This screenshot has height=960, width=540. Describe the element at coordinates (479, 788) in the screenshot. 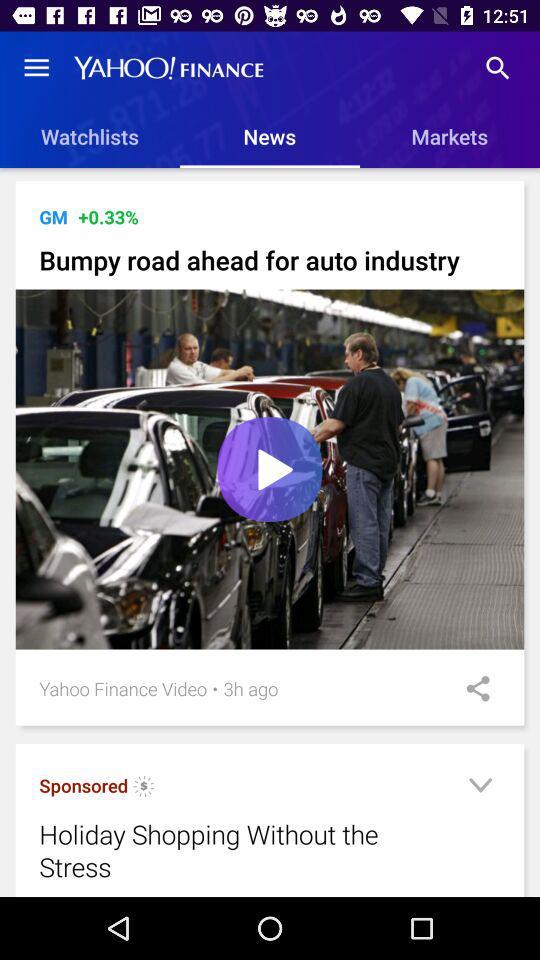

I see `show more` at that location.